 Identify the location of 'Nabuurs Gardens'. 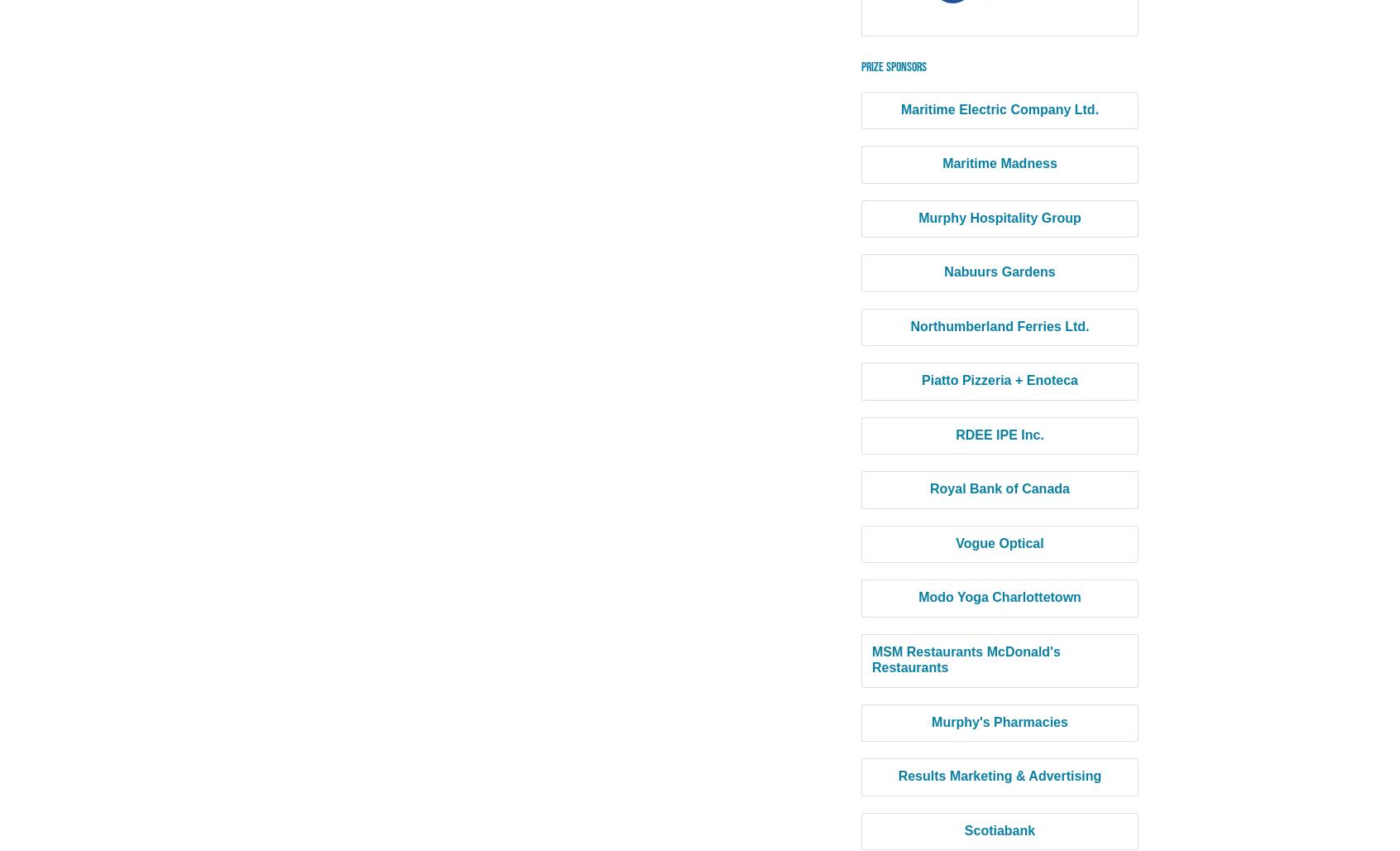
(999, 271).